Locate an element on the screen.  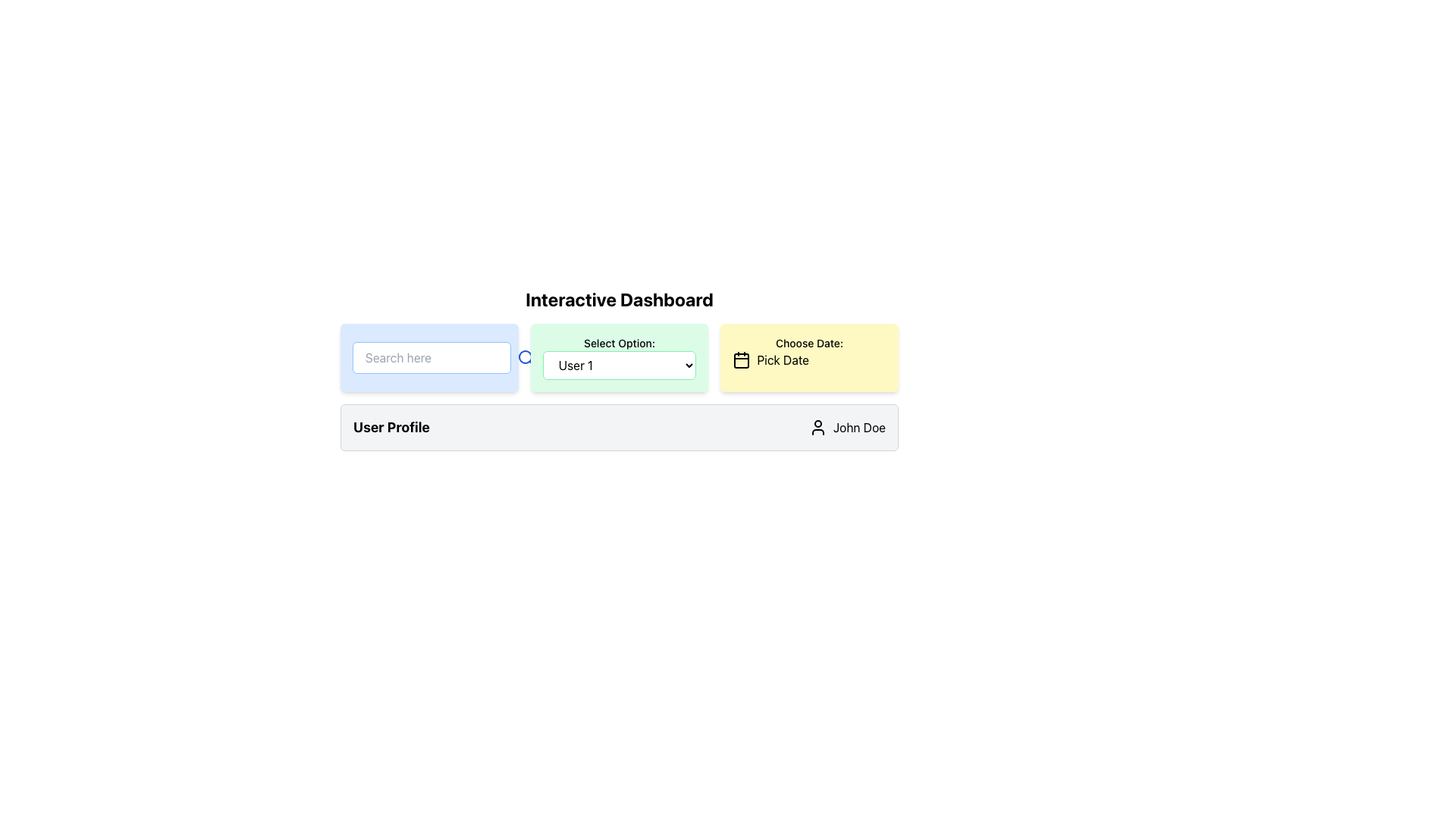
the green dropdown menu labeled 'Select Option:' which contains the default value 'User 1' is located at coordinates (619, 357).